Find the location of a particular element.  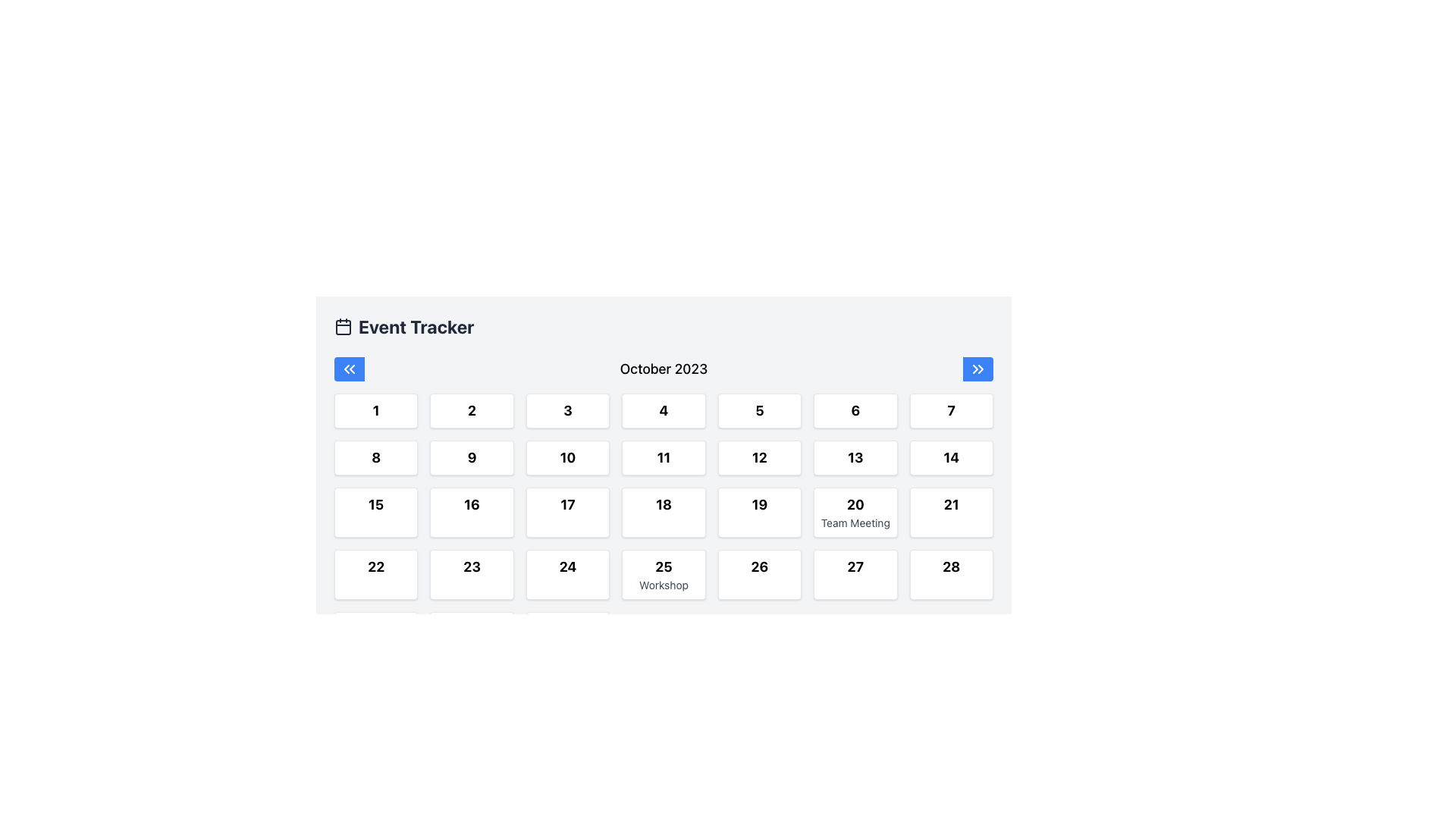

the text label representing a specific day number in the last row of the calendar grid, which is the sixth cell from the left is located at coordinates (855, 567).